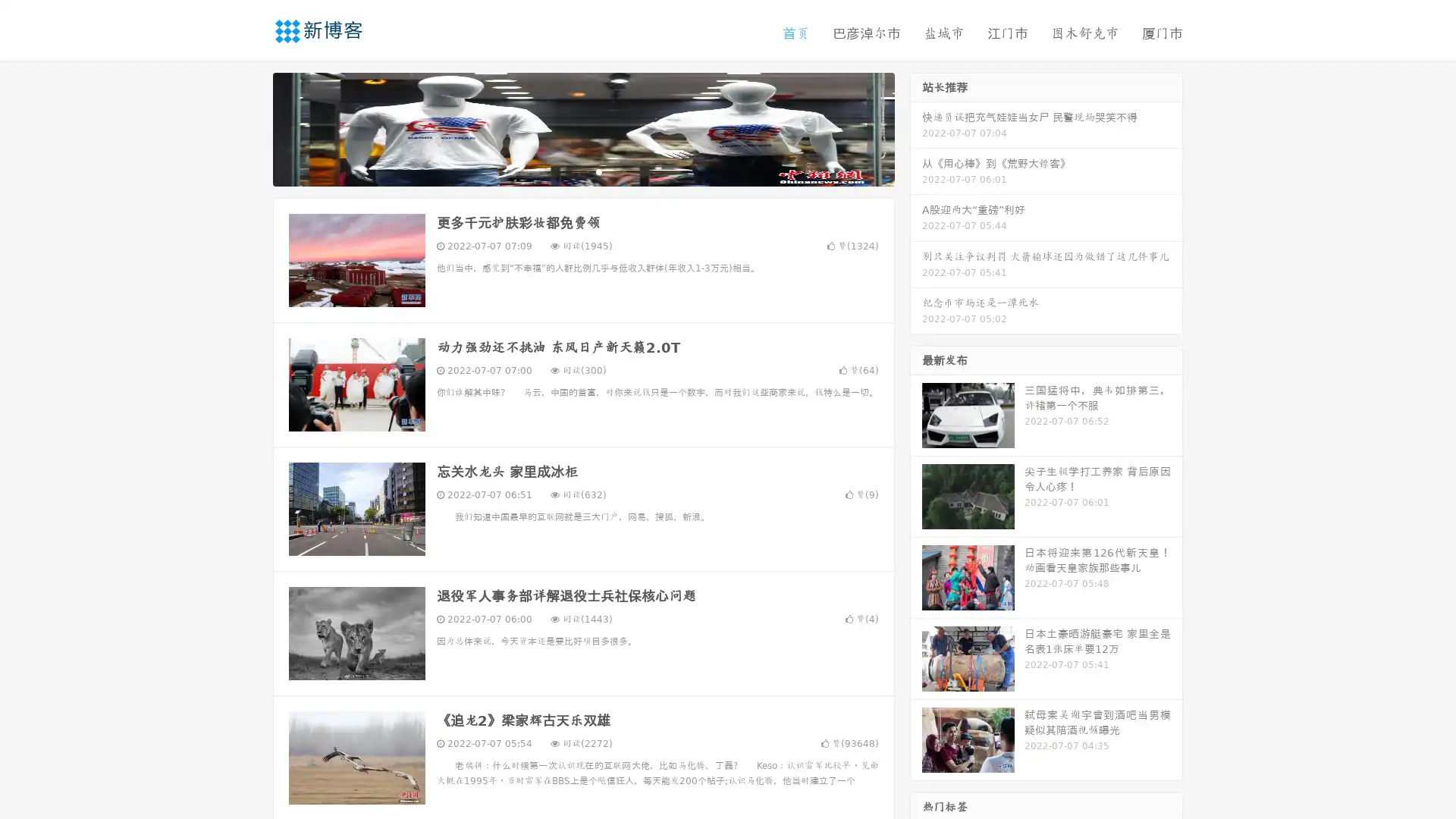 The width and height of the screenshot is (1456, 819). Describe the element at coordinates (250, 127) in the screenshot. I see `Previous slide` at that location.